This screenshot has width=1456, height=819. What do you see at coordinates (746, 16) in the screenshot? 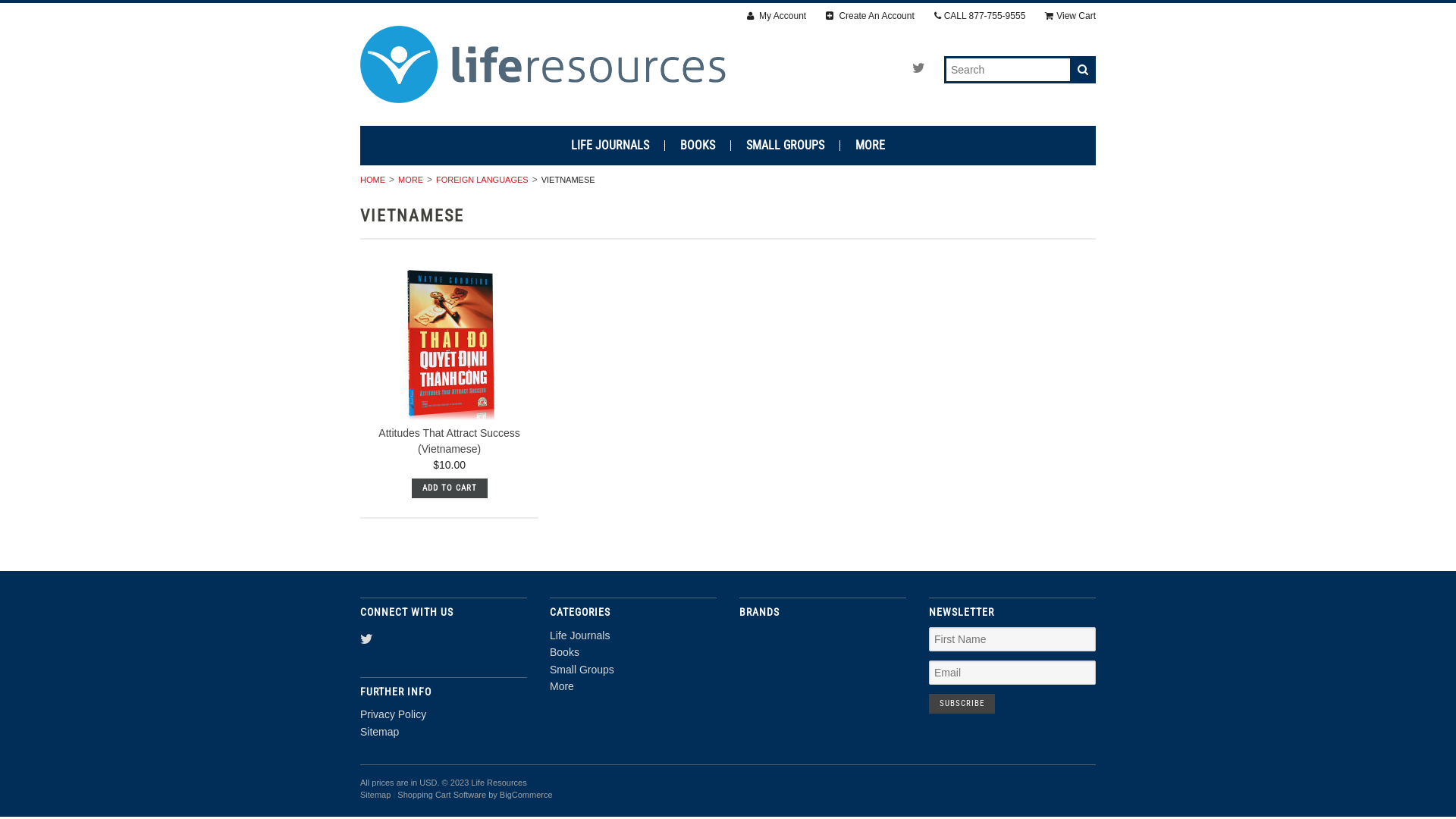
I see `'My Account'` at bounding box center [746, 16].